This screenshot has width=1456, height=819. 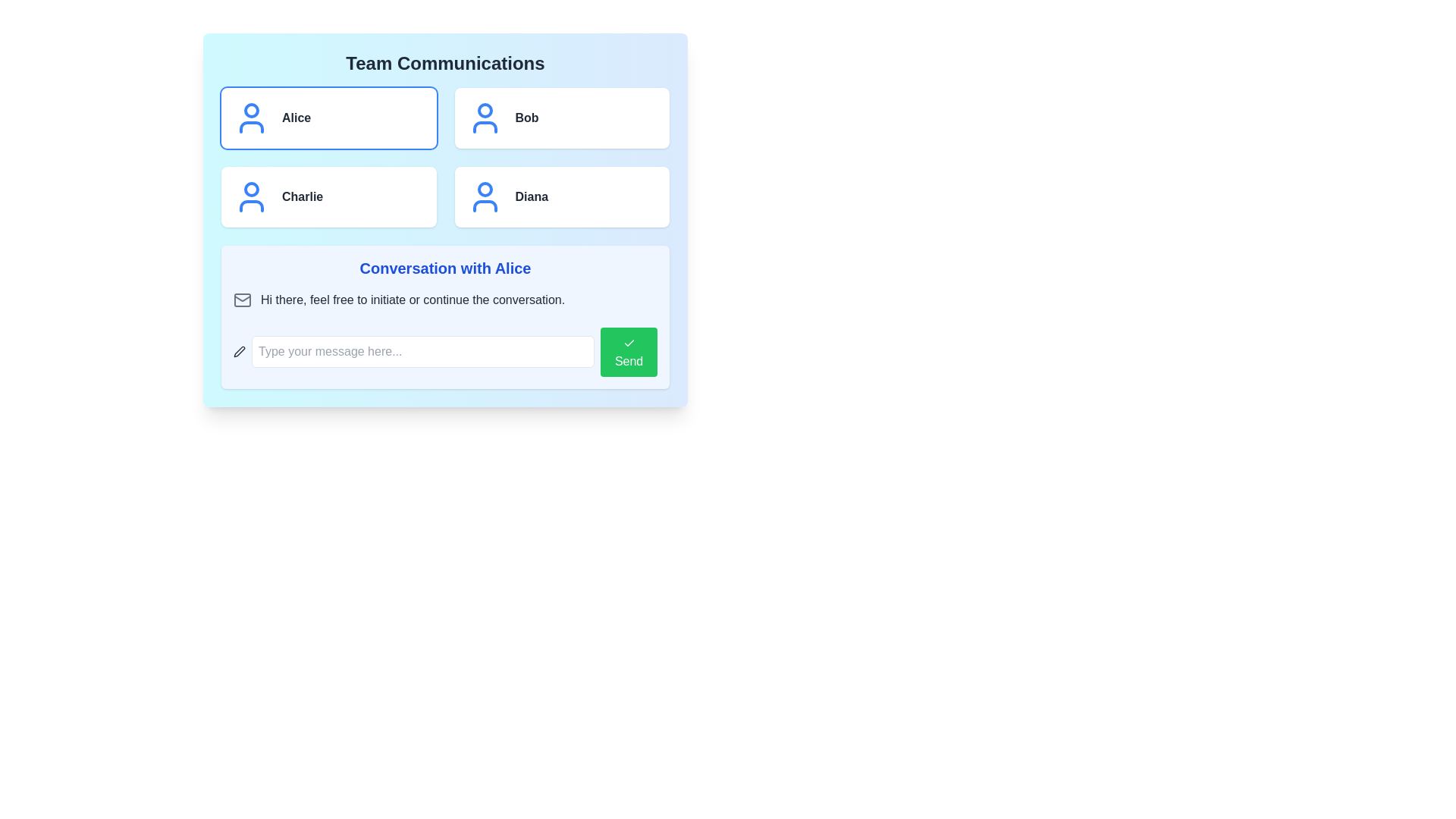 I want to click on the decorative SVG circle component located at the top section of the user avatar icon, so click(x=484, y=189).